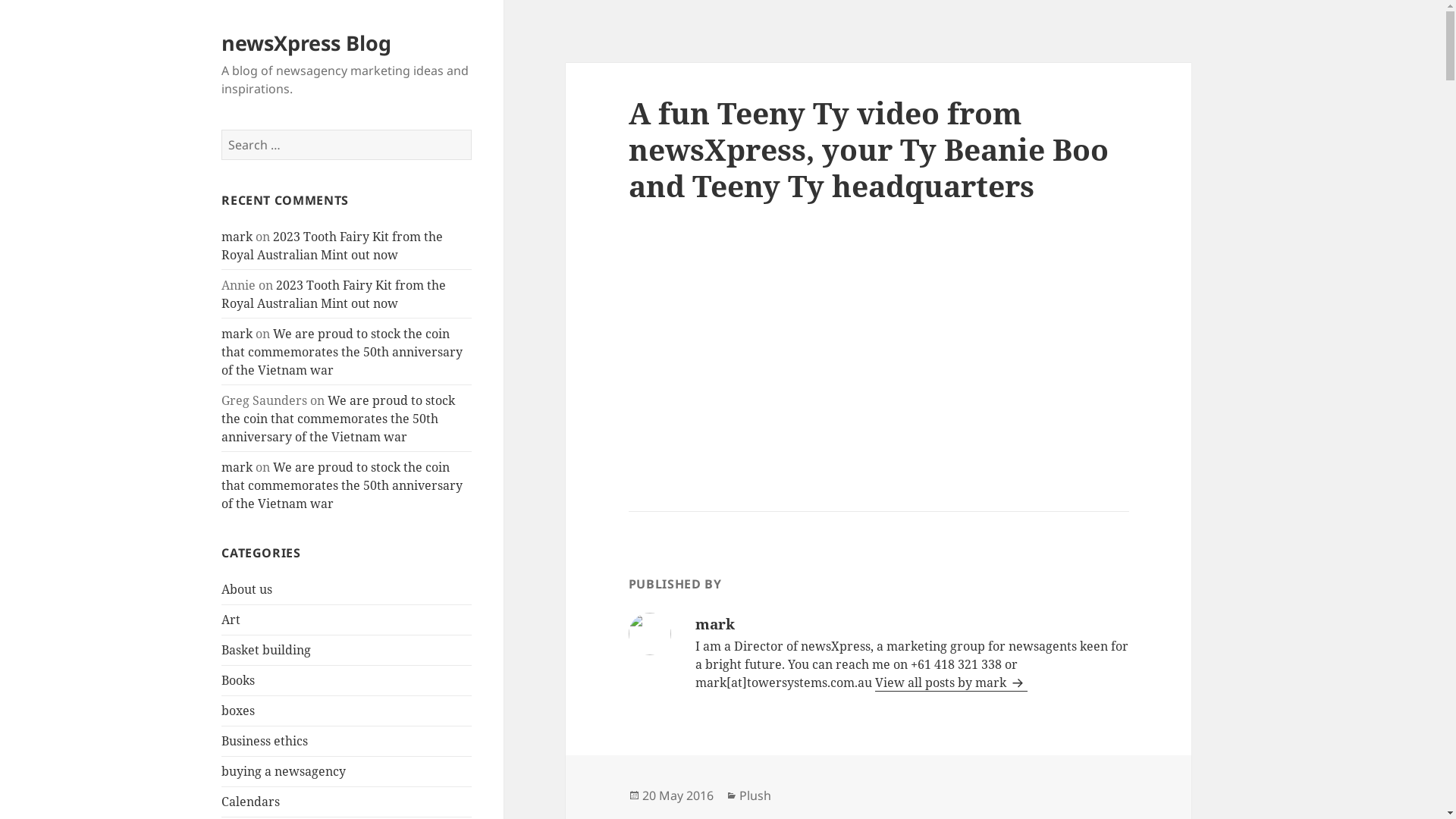  Describe the element at coordinates (331, 245) in the screenshot. I see `'2023 Tooth Fairy Kit from the Royal Australian Mint out now'` at that location.